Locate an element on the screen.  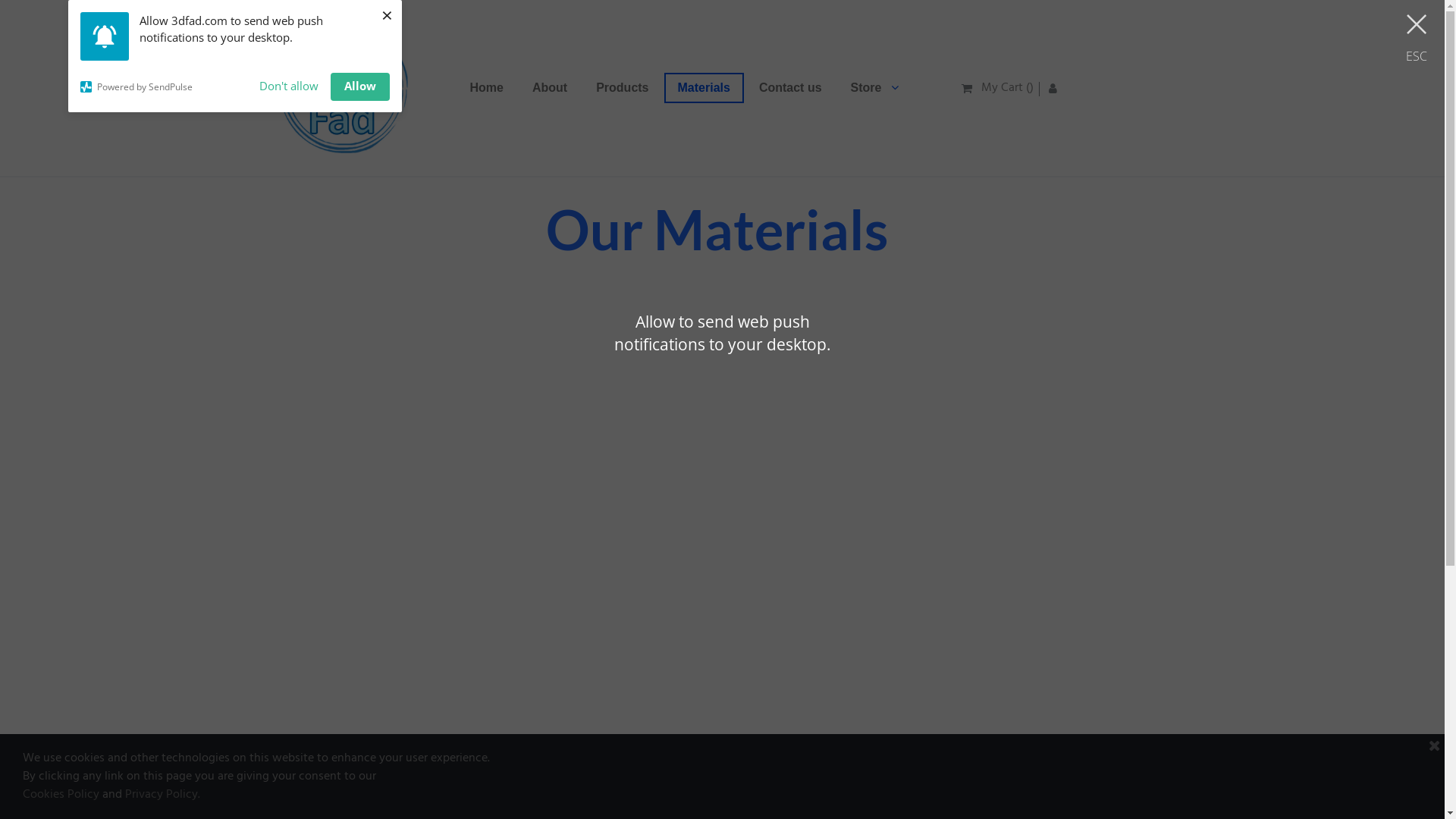
'Store' is located at coordinates (836, 87).